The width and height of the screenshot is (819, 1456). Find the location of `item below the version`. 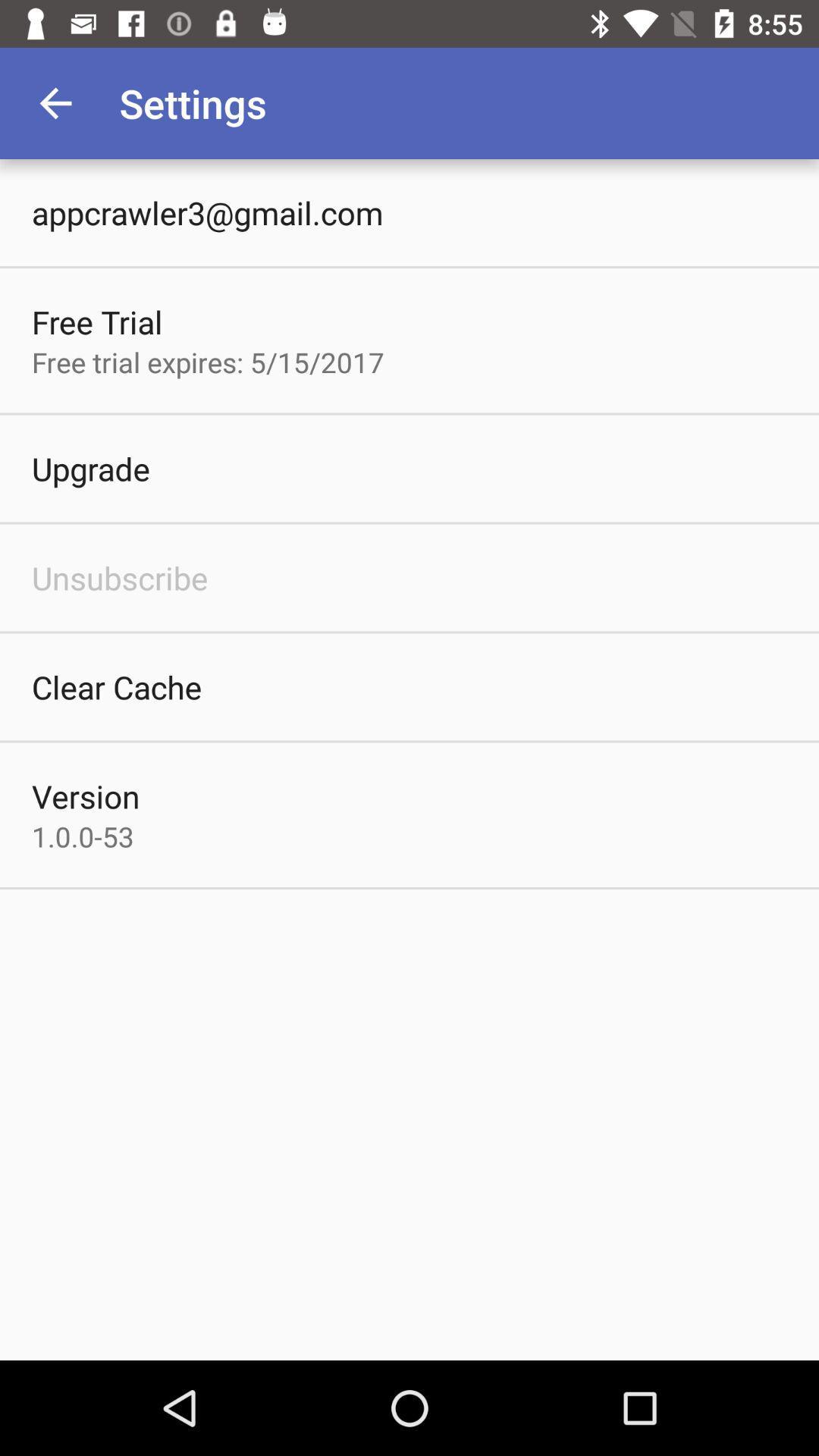

item below the version is located at coordinates (83, 836).